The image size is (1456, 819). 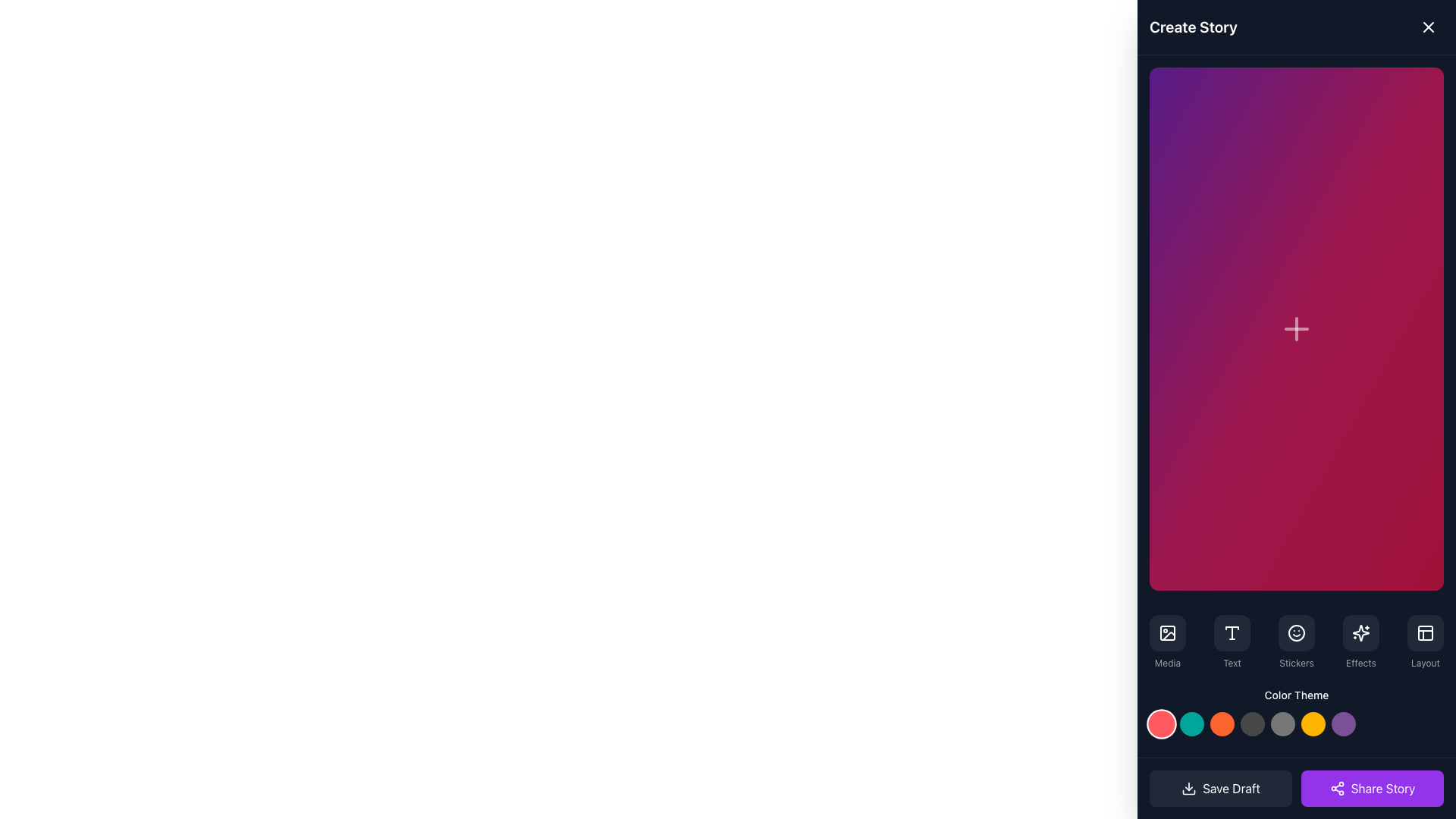 What do you see at coordinates (1167, 642) in the screenshot?
I see `the leftmost button on the bottom toolbar that allows users` at bounding box center [1167, 642].